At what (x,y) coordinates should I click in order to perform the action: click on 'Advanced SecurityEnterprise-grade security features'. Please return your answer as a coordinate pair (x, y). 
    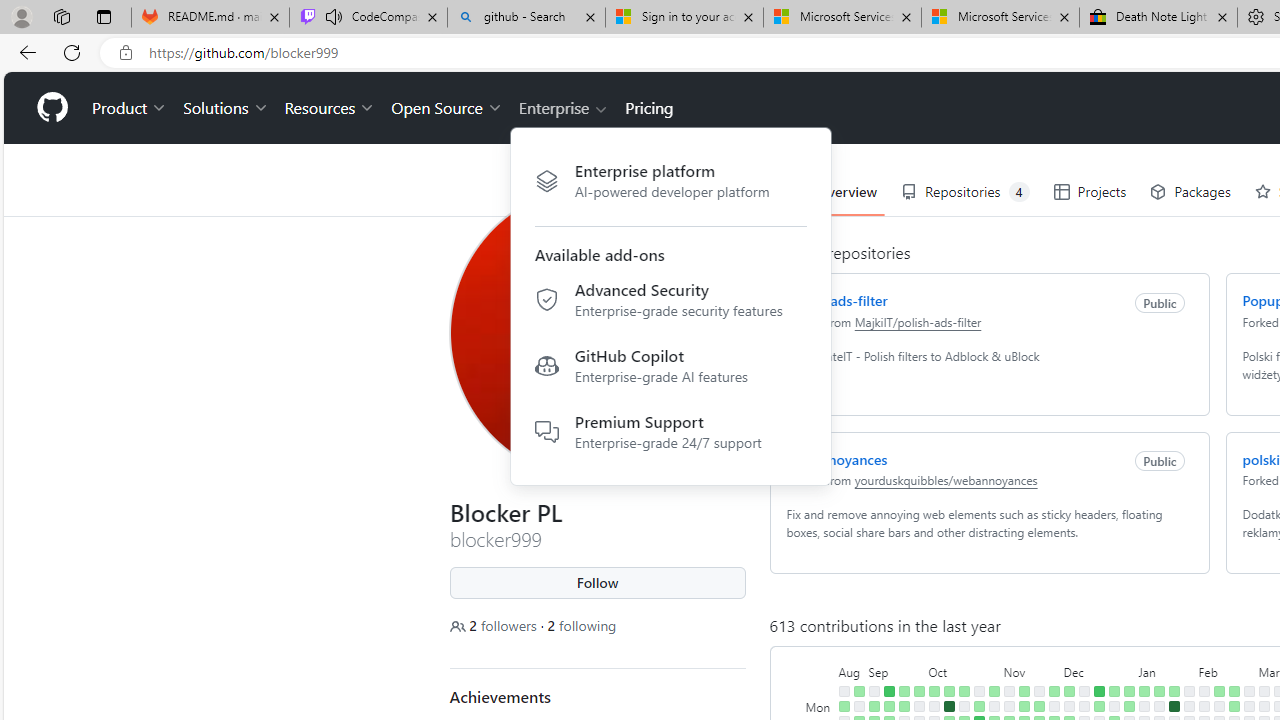
    Looking at the image, I should click on (670, 303).